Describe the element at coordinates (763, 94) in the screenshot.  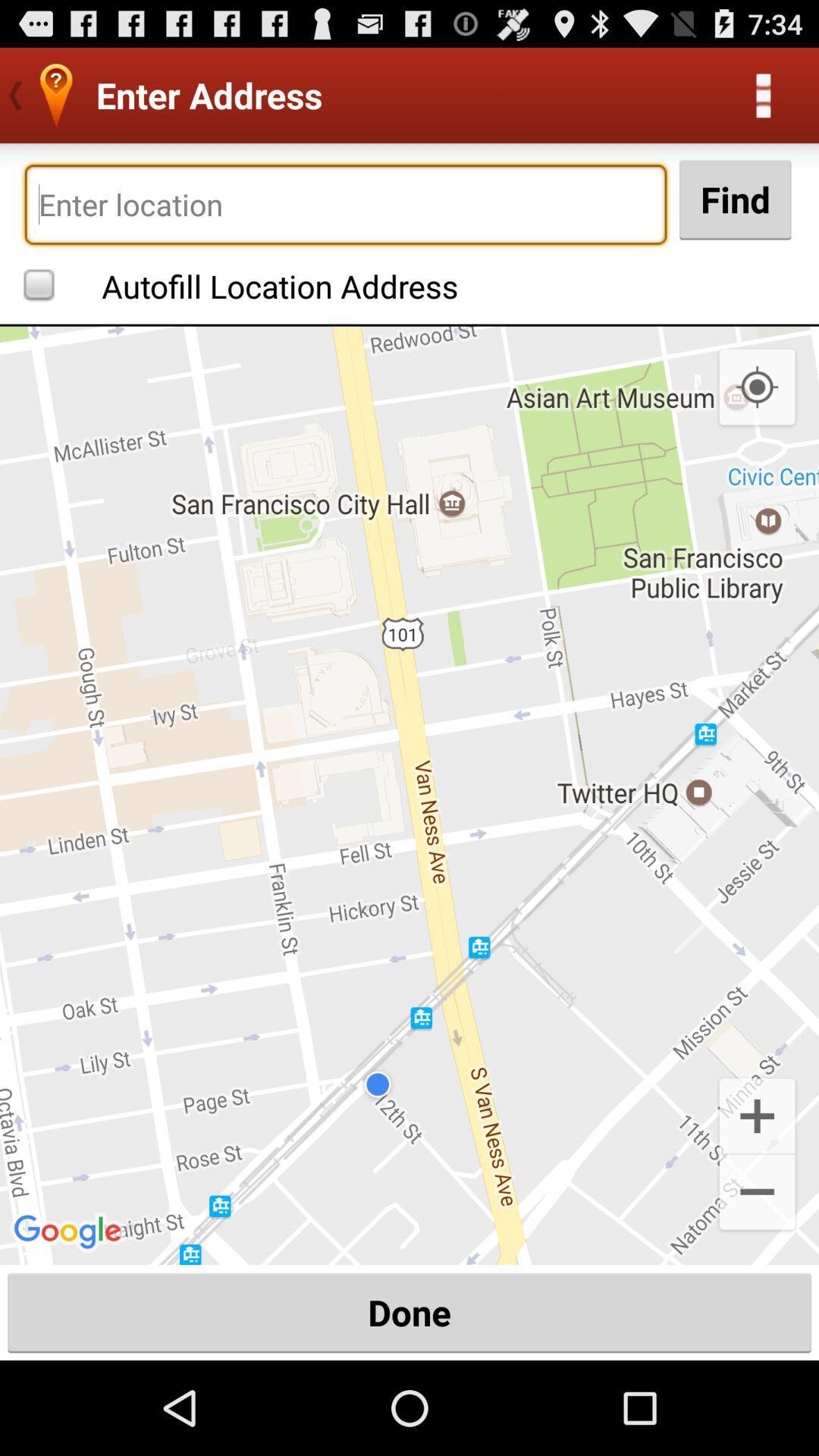
I see `the icon next to enter address icon` at that location.